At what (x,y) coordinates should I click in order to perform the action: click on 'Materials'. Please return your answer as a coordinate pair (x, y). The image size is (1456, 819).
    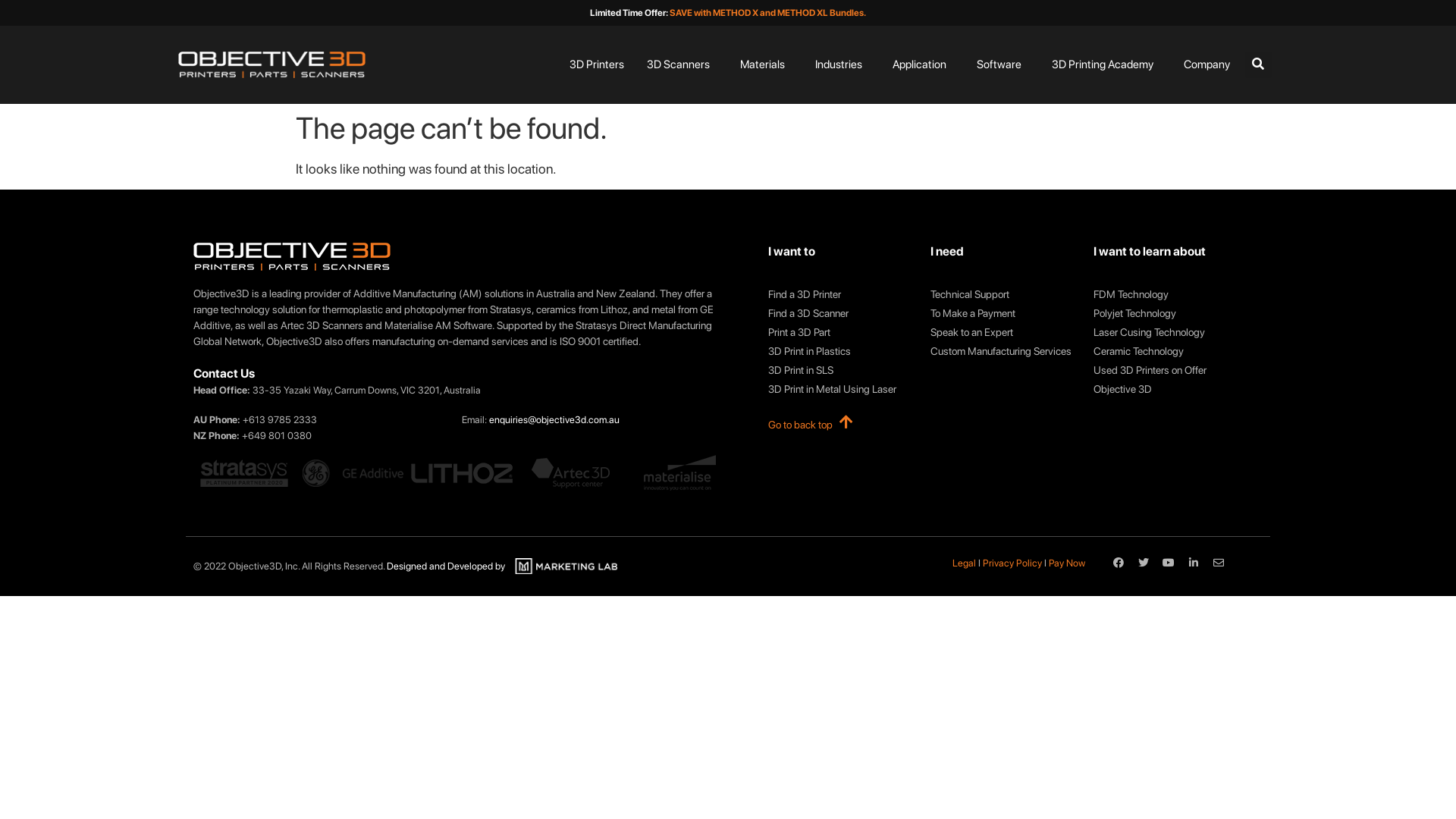
    Looking at the image, I should click on (762, 64).